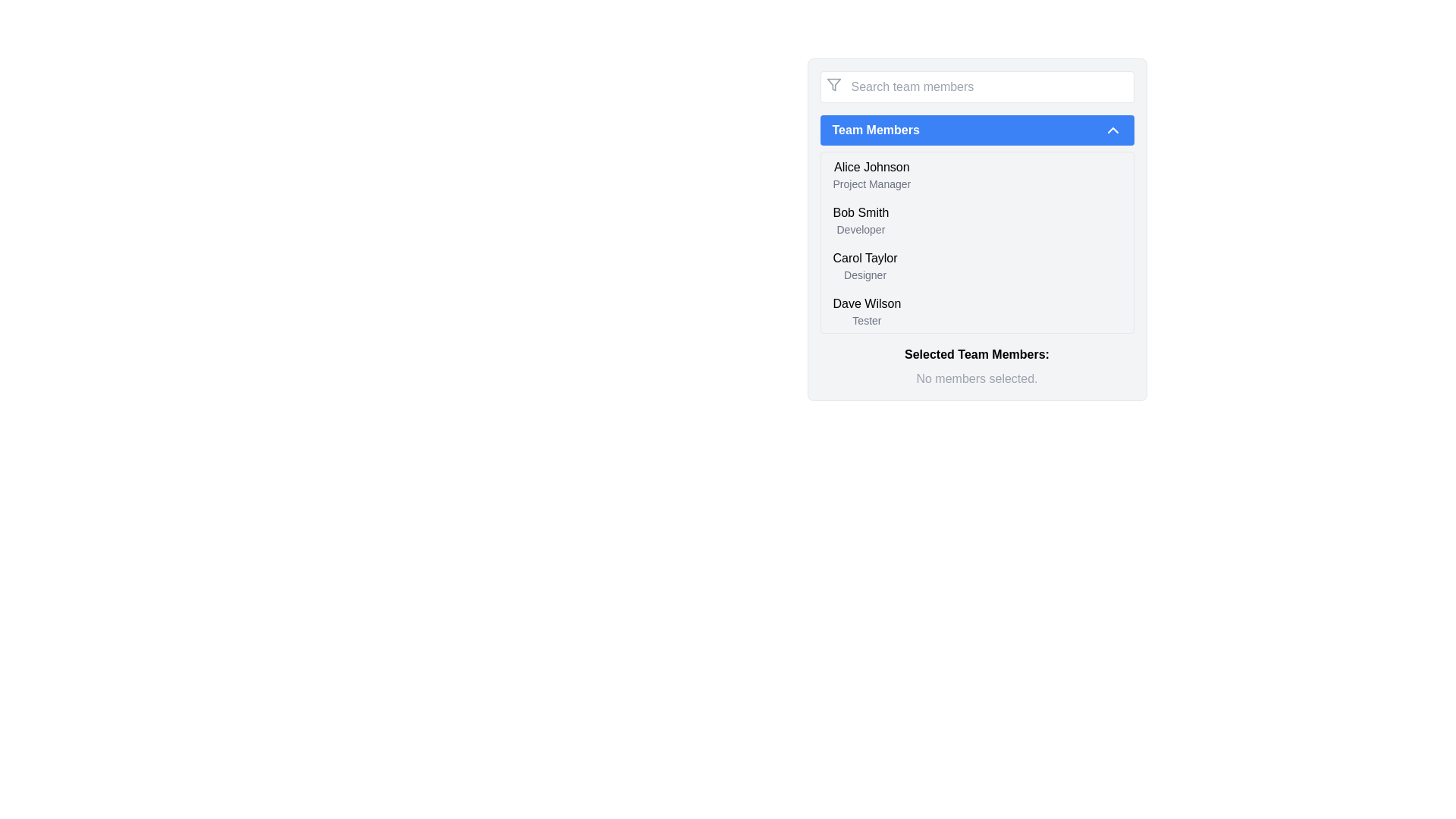 This screenshot has width=1456, height=819. I want to click on the name and role details of the team member 'Bob Smith', who is a 'Developer', located in the second position of the 'Team Members' list, so click(861, 220).